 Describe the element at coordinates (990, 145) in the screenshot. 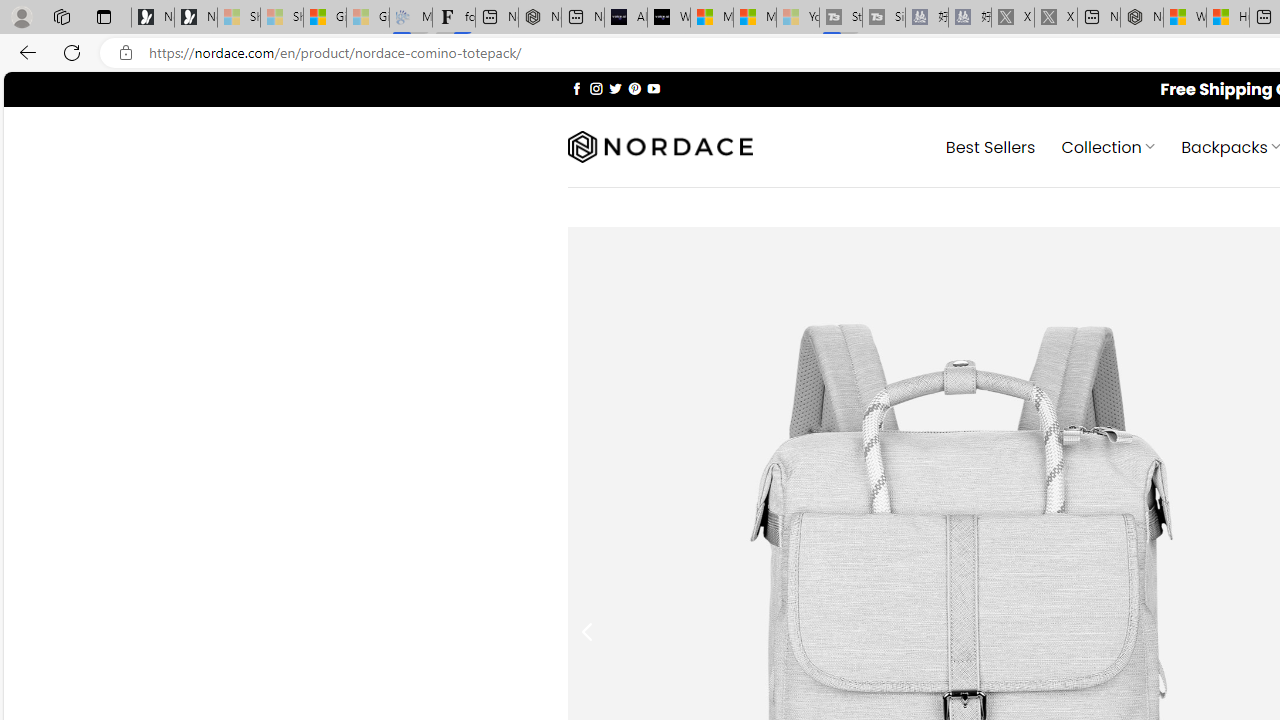

I see `'  Best Sellers'` at that location.